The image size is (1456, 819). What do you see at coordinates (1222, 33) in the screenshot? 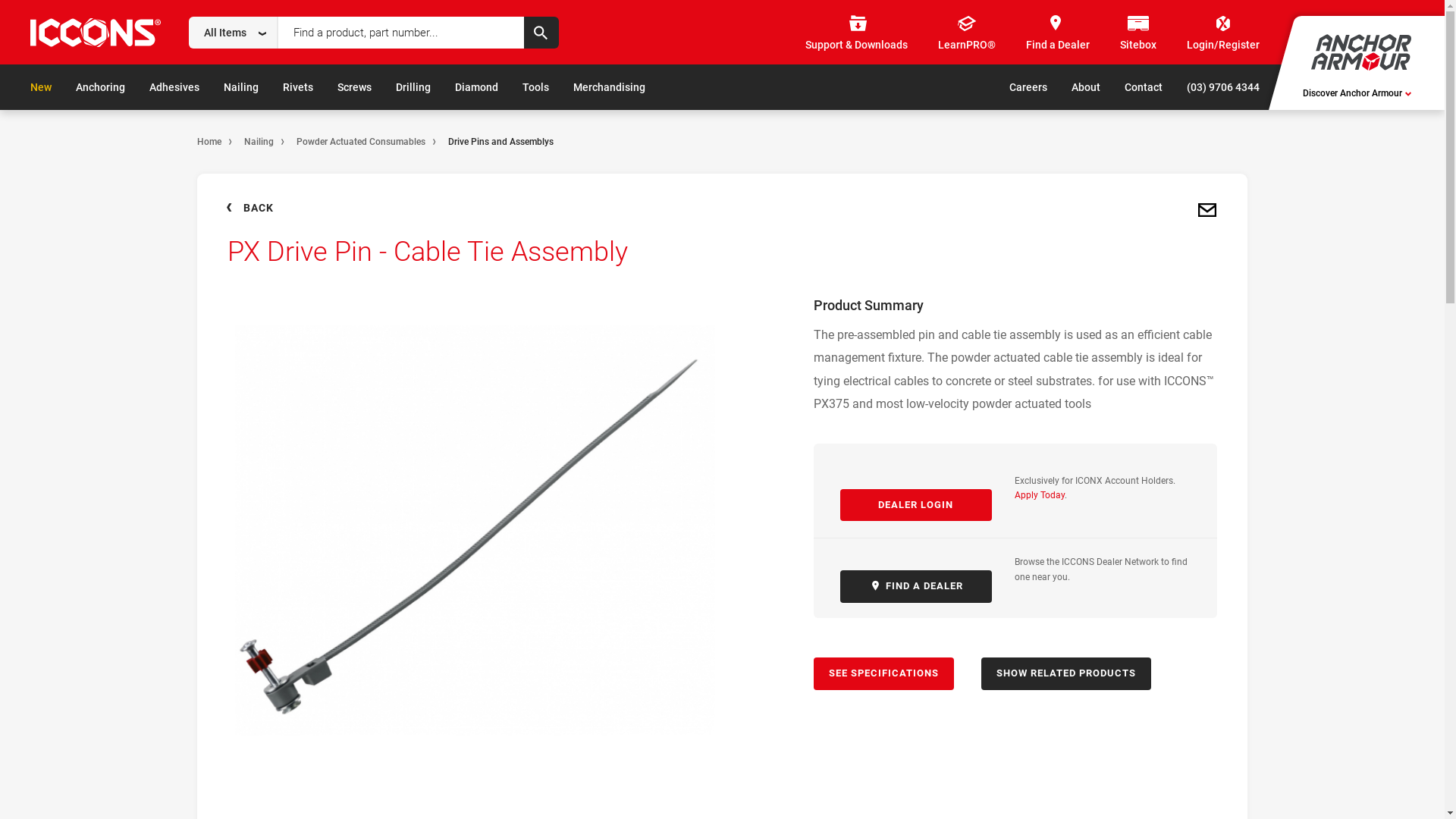
I see `'Login/Register'` at bounding box center [1222, 33].